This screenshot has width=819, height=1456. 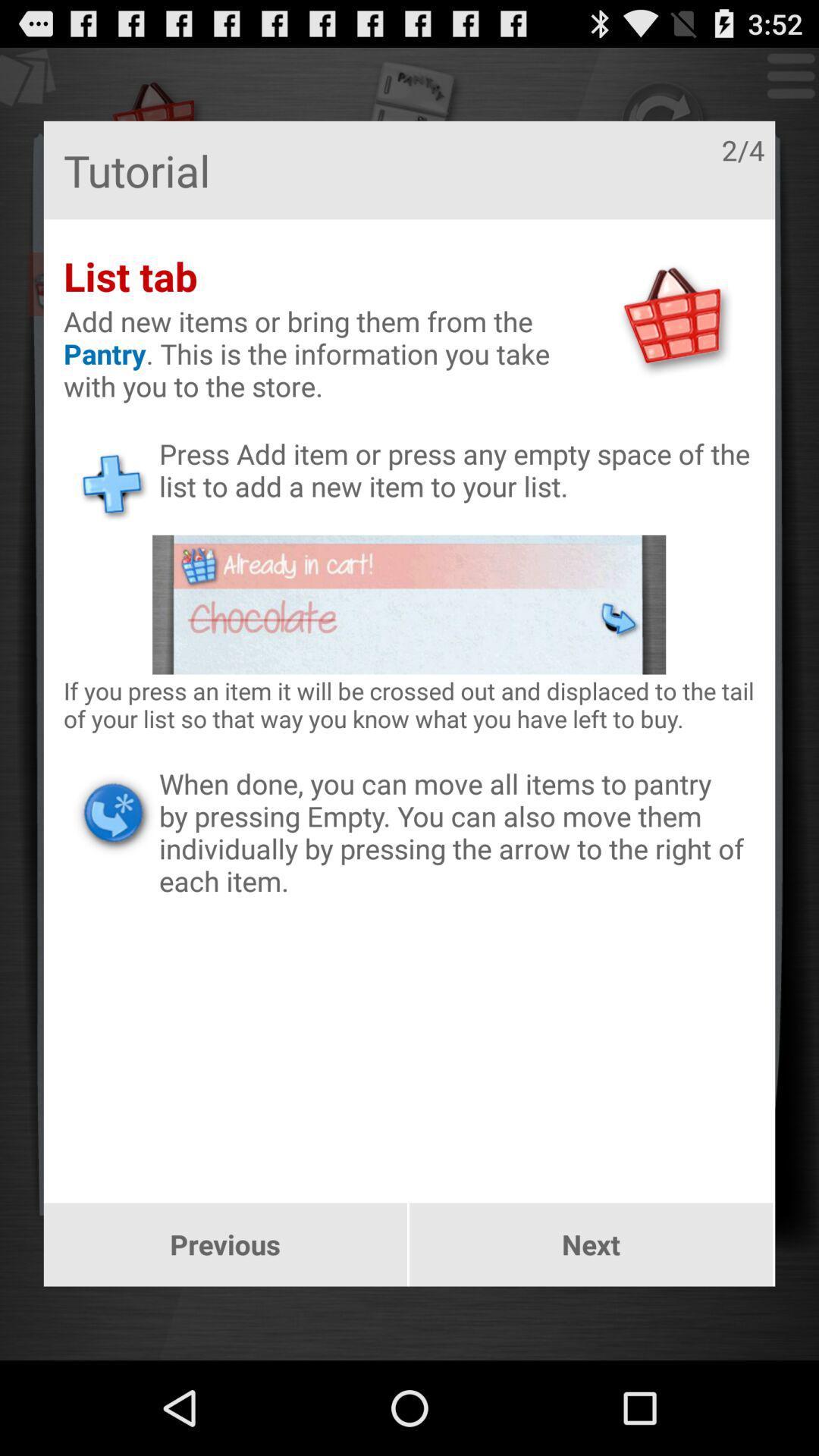 What do you see at coordinates (225, 1244) in the screenshot?
I see `the previous at the bottom left corner` at bounding box center [225, 1244].